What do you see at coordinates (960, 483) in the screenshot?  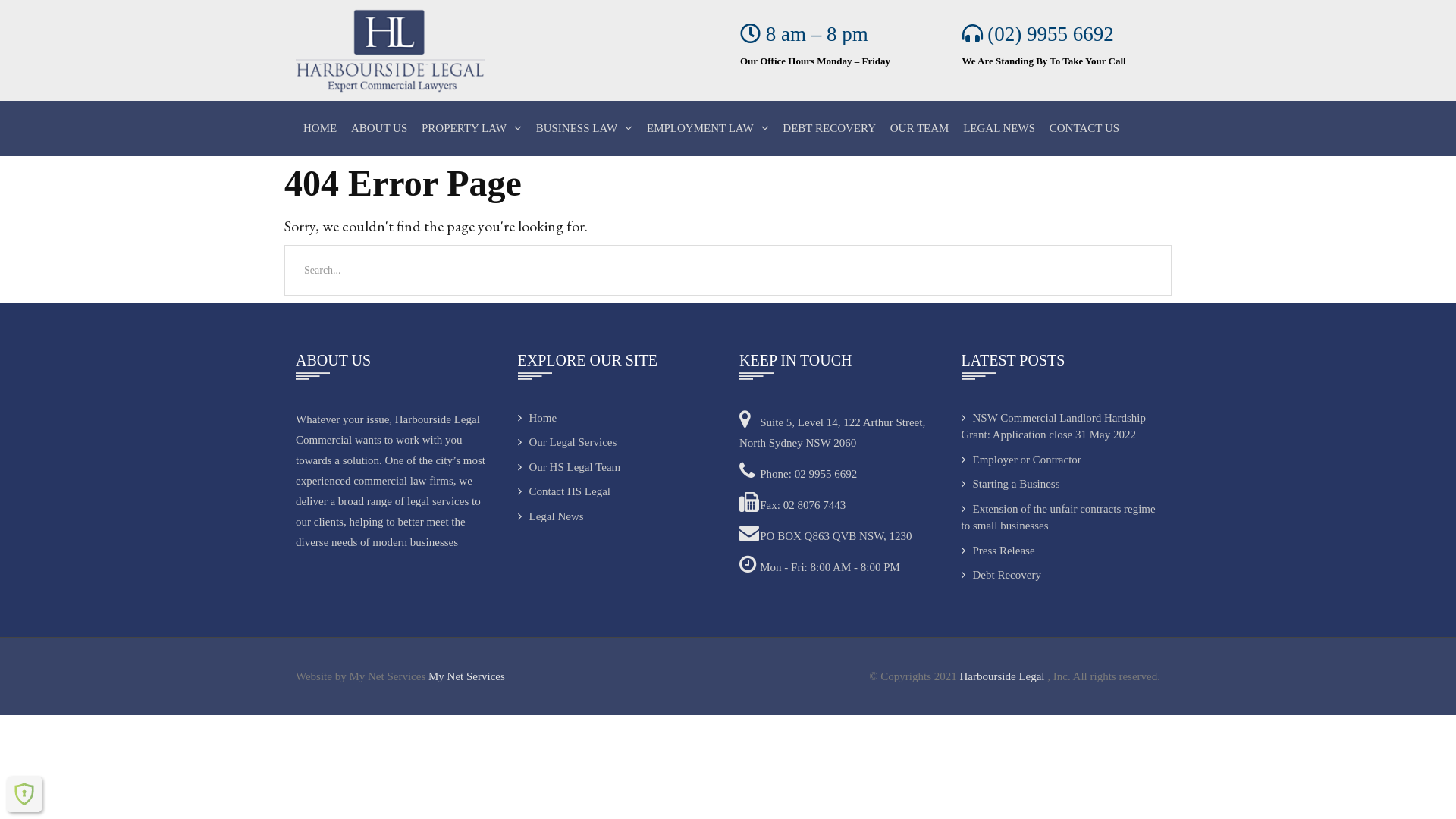 I see `'Starting a Business'` at bounding box center [960, 483].